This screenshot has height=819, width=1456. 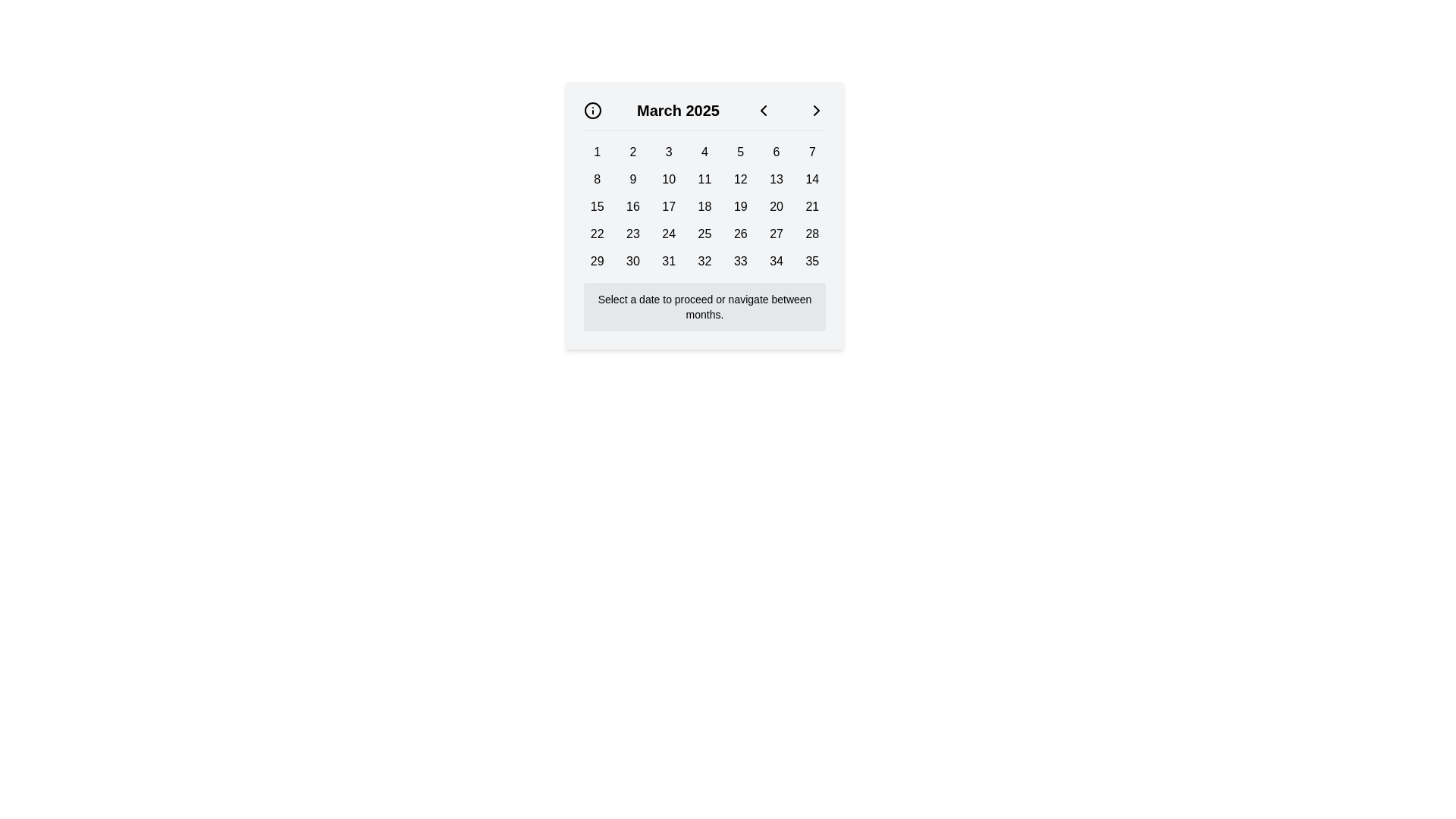 I want to click on the button representing the date '17' in the calendar grid, so click(x=668, y=207).